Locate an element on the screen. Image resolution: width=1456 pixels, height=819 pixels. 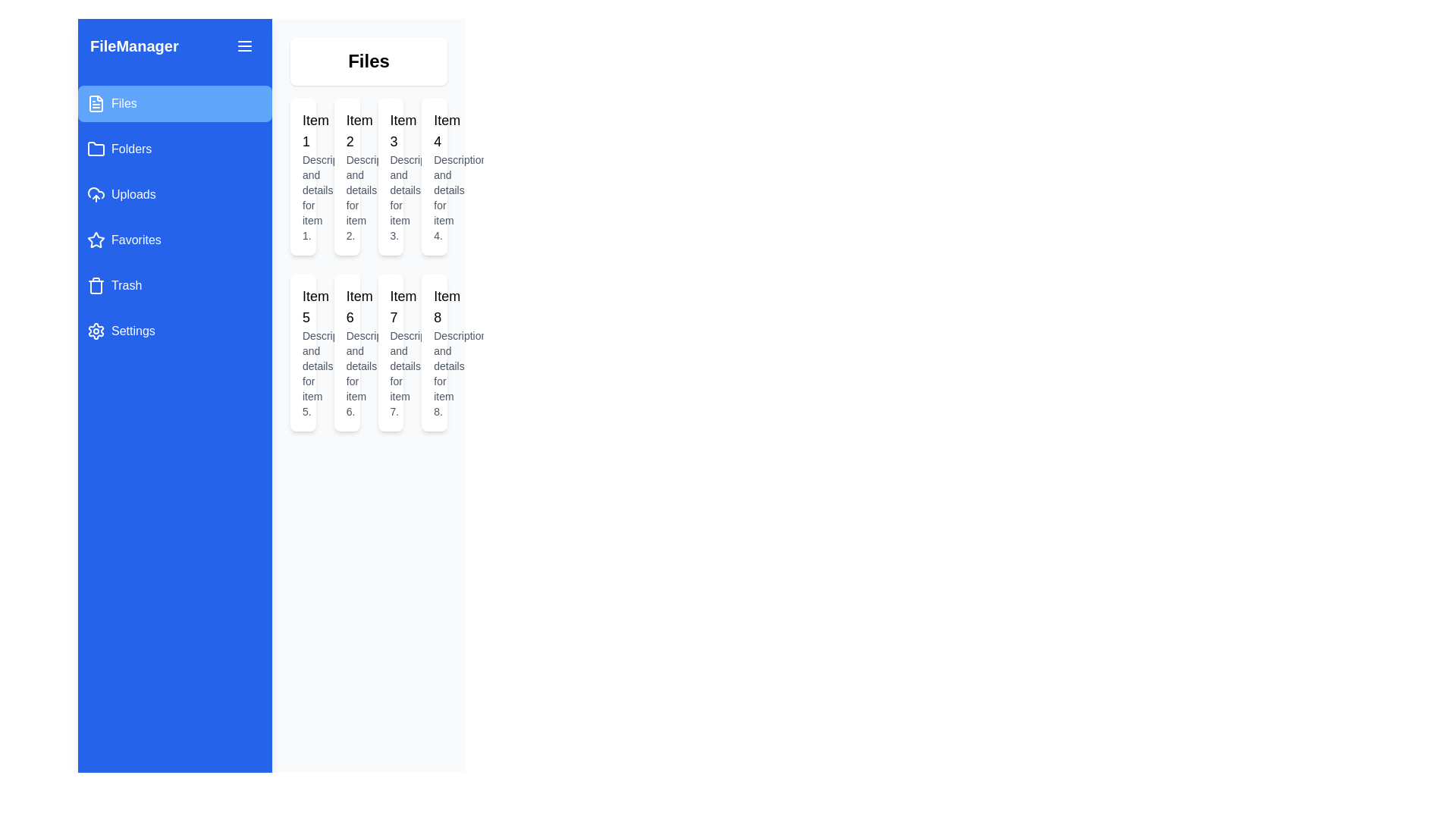
the text label located in the top-left quadrant of the second card in the grid layout is located at coordinates (346, 130).